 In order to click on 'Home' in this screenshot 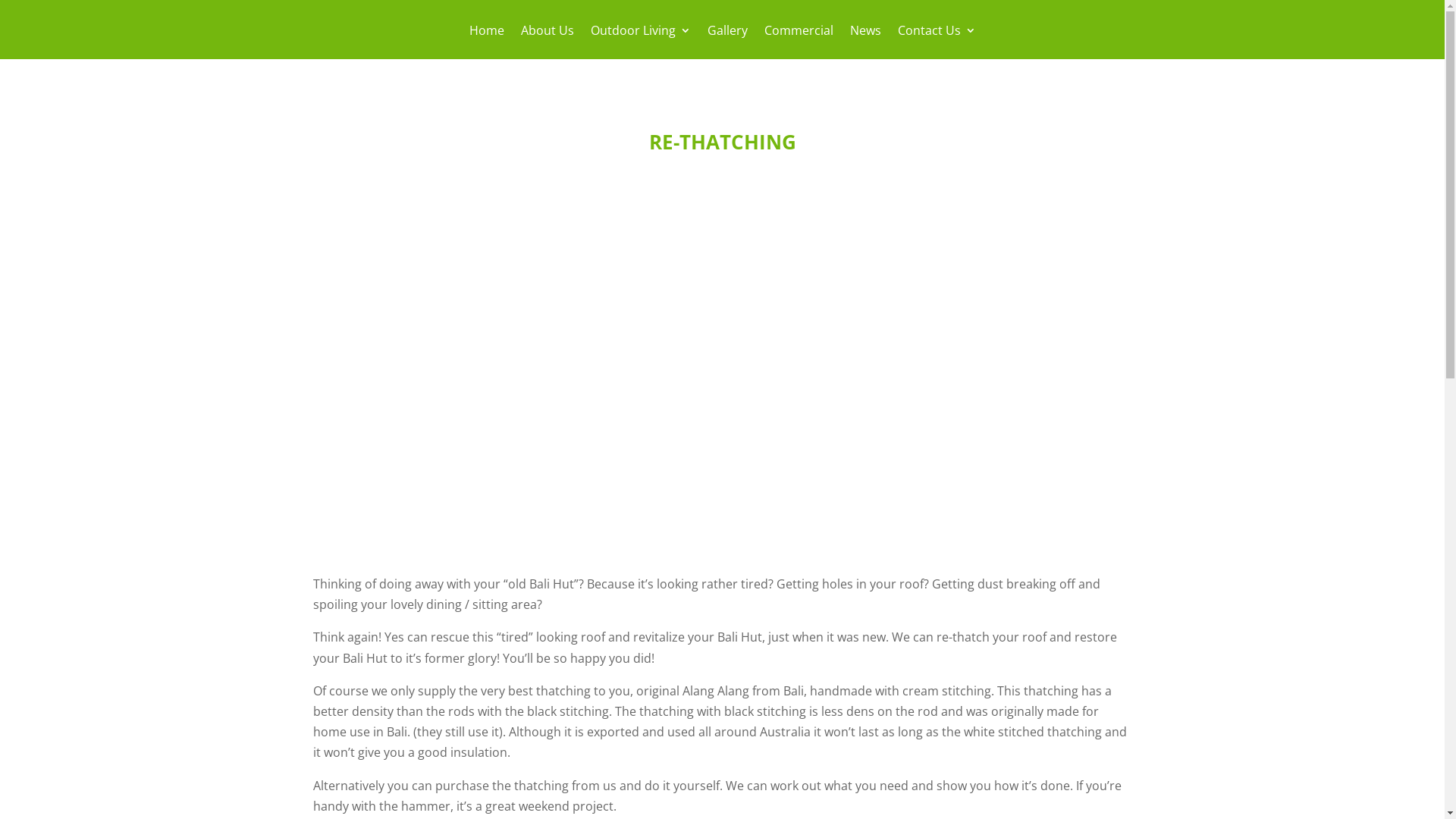, I will do `click(486, 40)`.